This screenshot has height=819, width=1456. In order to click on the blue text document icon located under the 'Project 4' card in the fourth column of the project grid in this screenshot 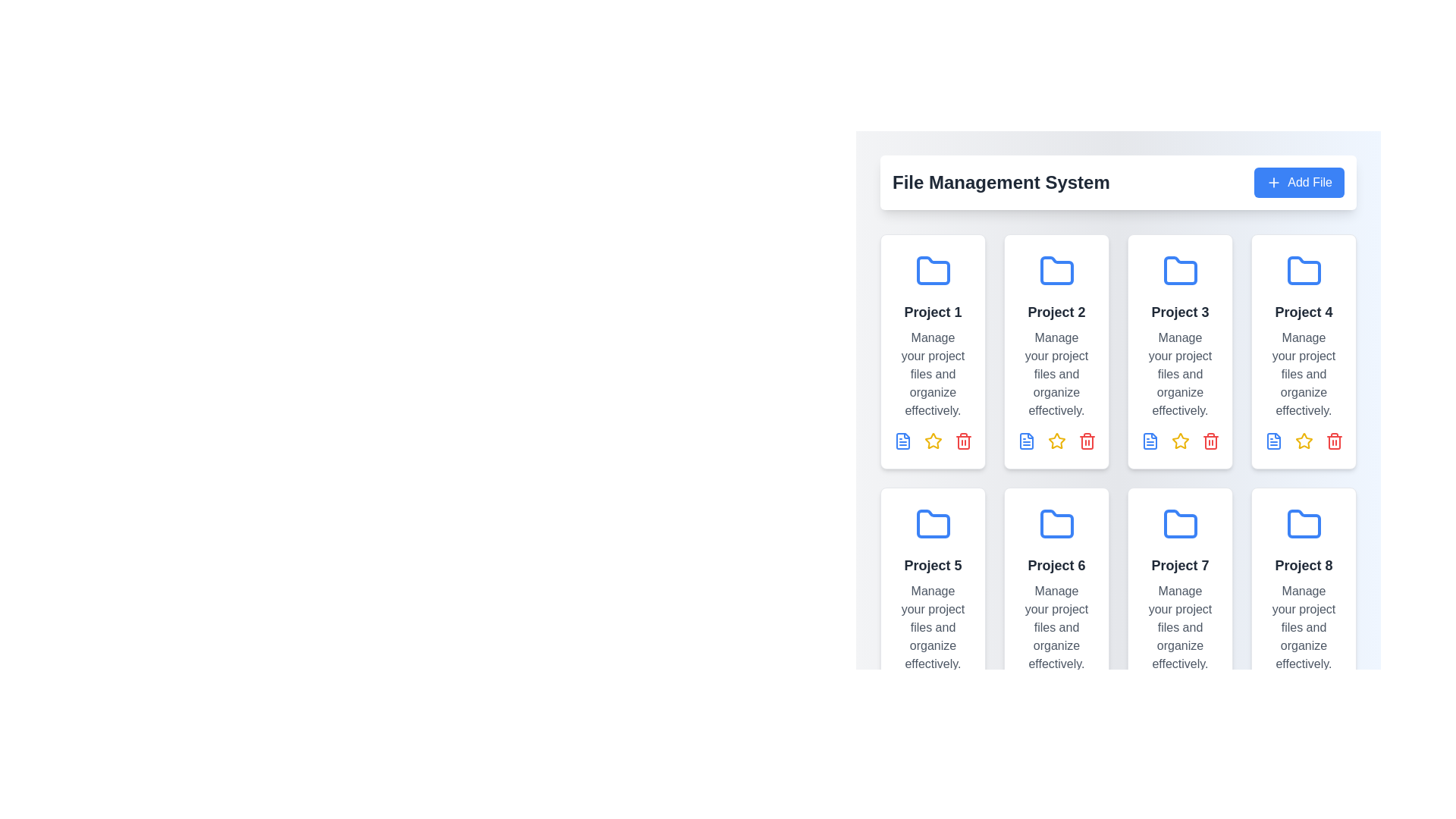, I will do `click(1273, 441)`.